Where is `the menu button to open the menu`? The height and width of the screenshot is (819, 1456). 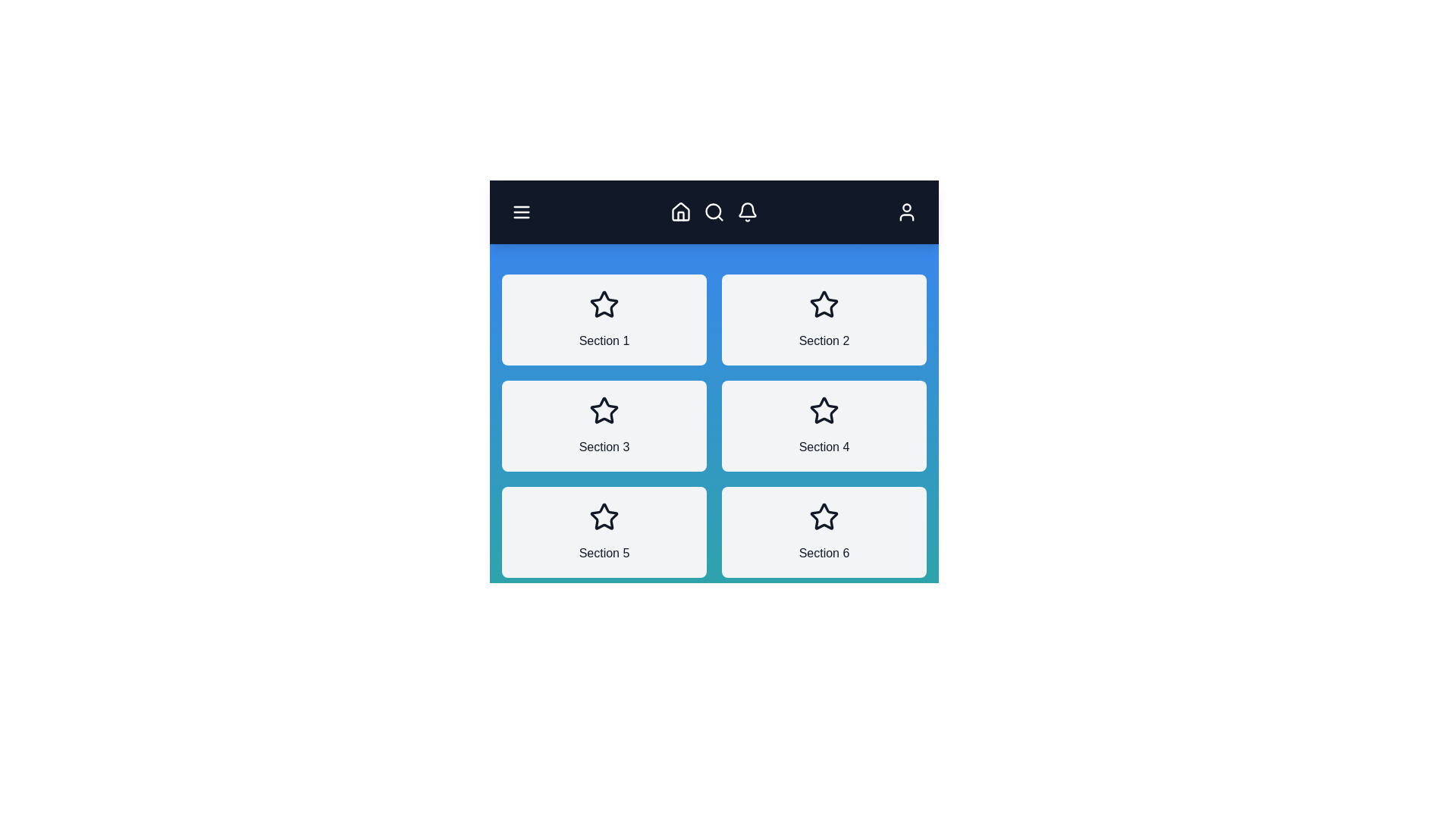
the menu button to open the menu is located at coordinates (521, 212).